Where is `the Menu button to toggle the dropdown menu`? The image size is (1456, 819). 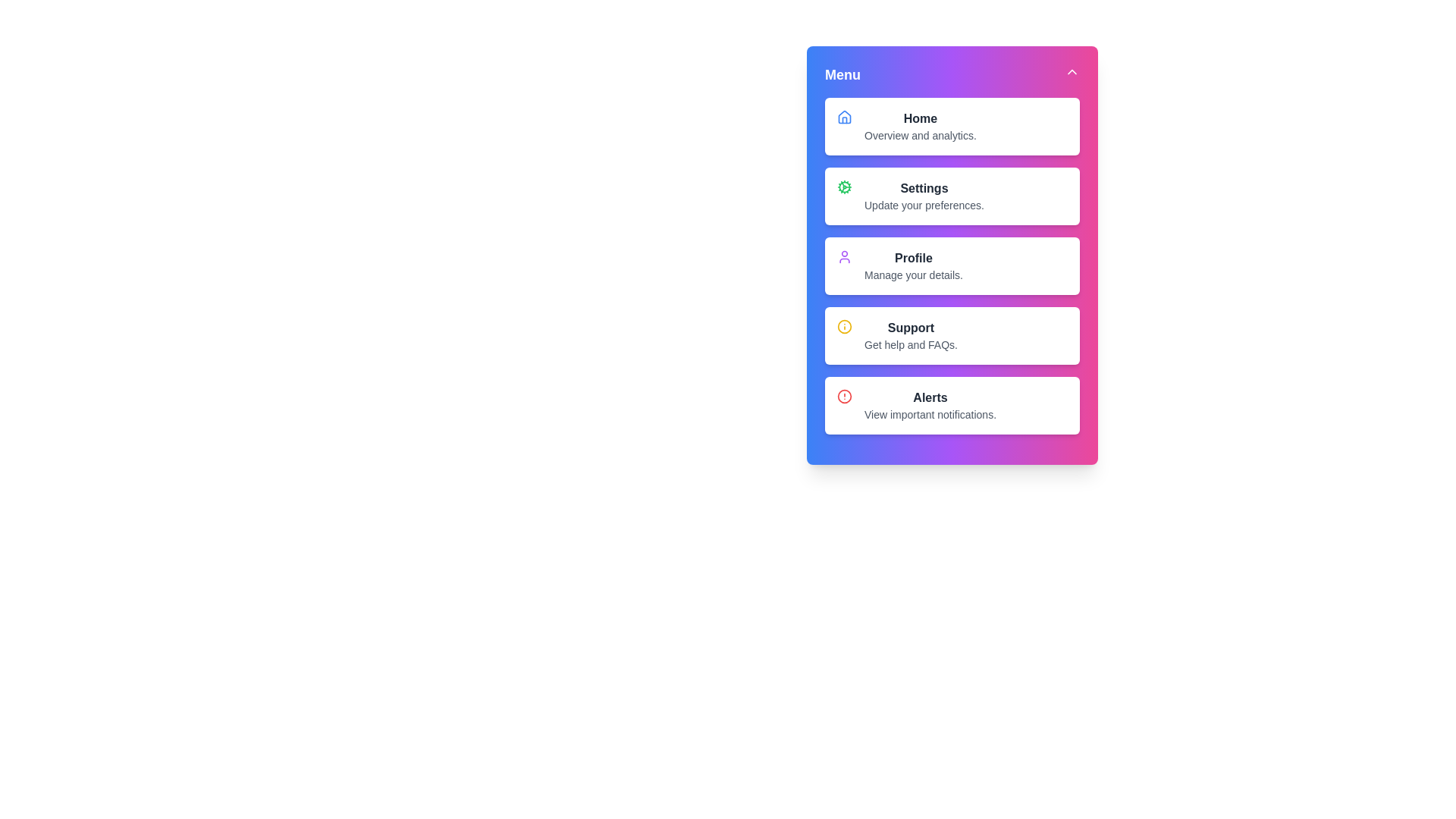 the Menu button to toggle the dropdown menu is located at coordinates (952, 75).